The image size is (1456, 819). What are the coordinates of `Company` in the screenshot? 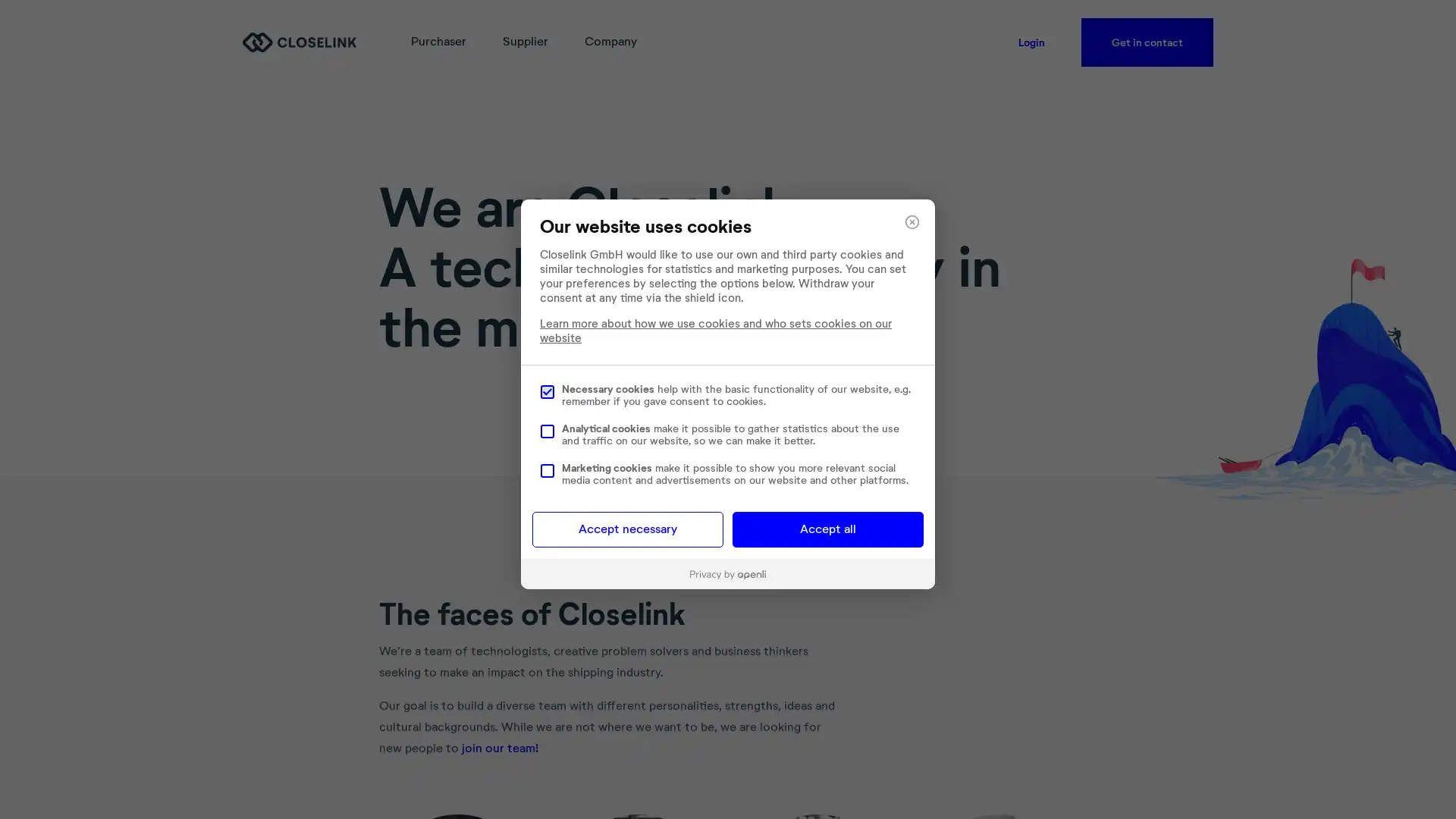 It's located at (610, 42).